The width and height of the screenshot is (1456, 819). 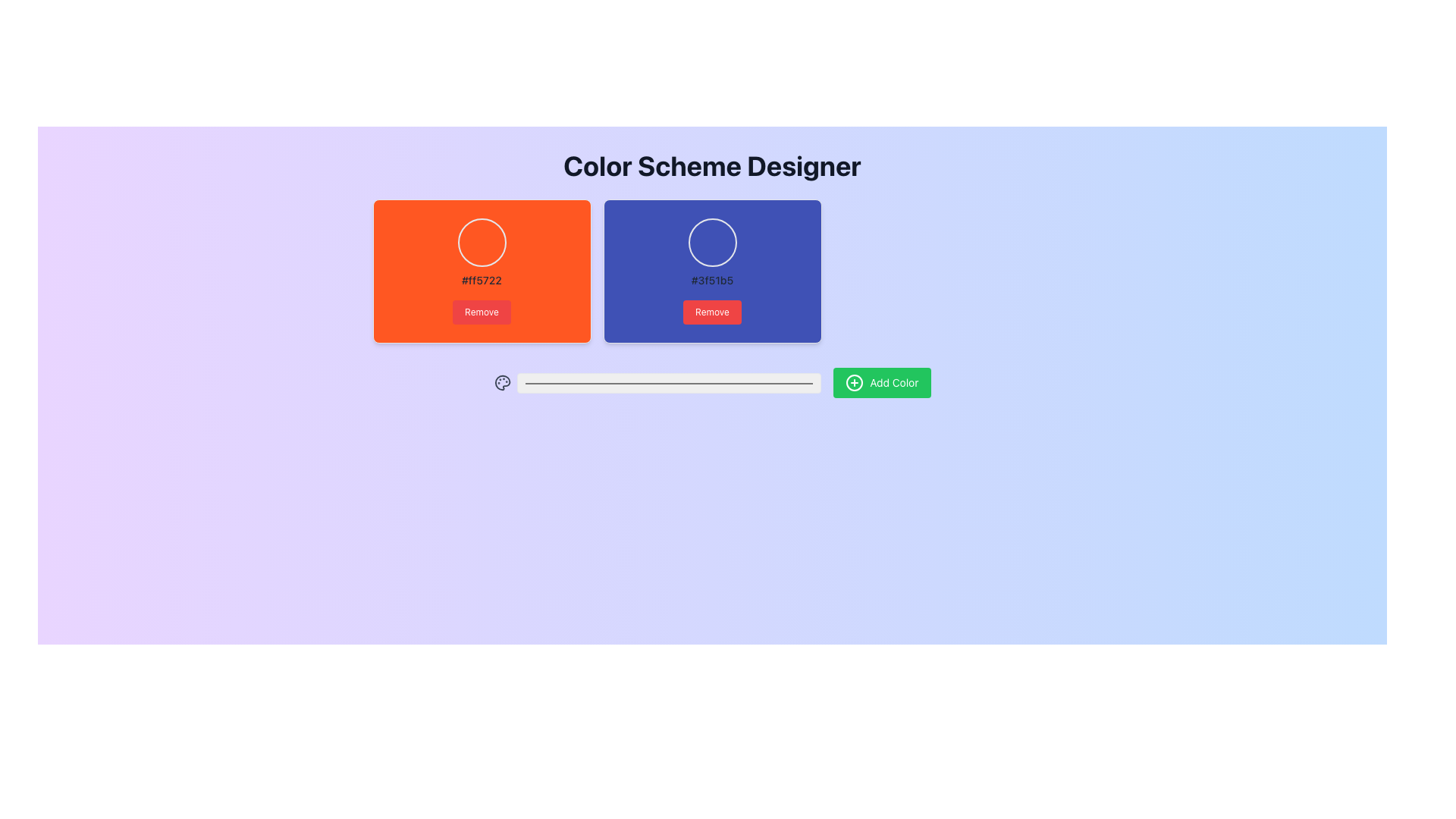 I want to click on the color, so click(x=668, y=382).